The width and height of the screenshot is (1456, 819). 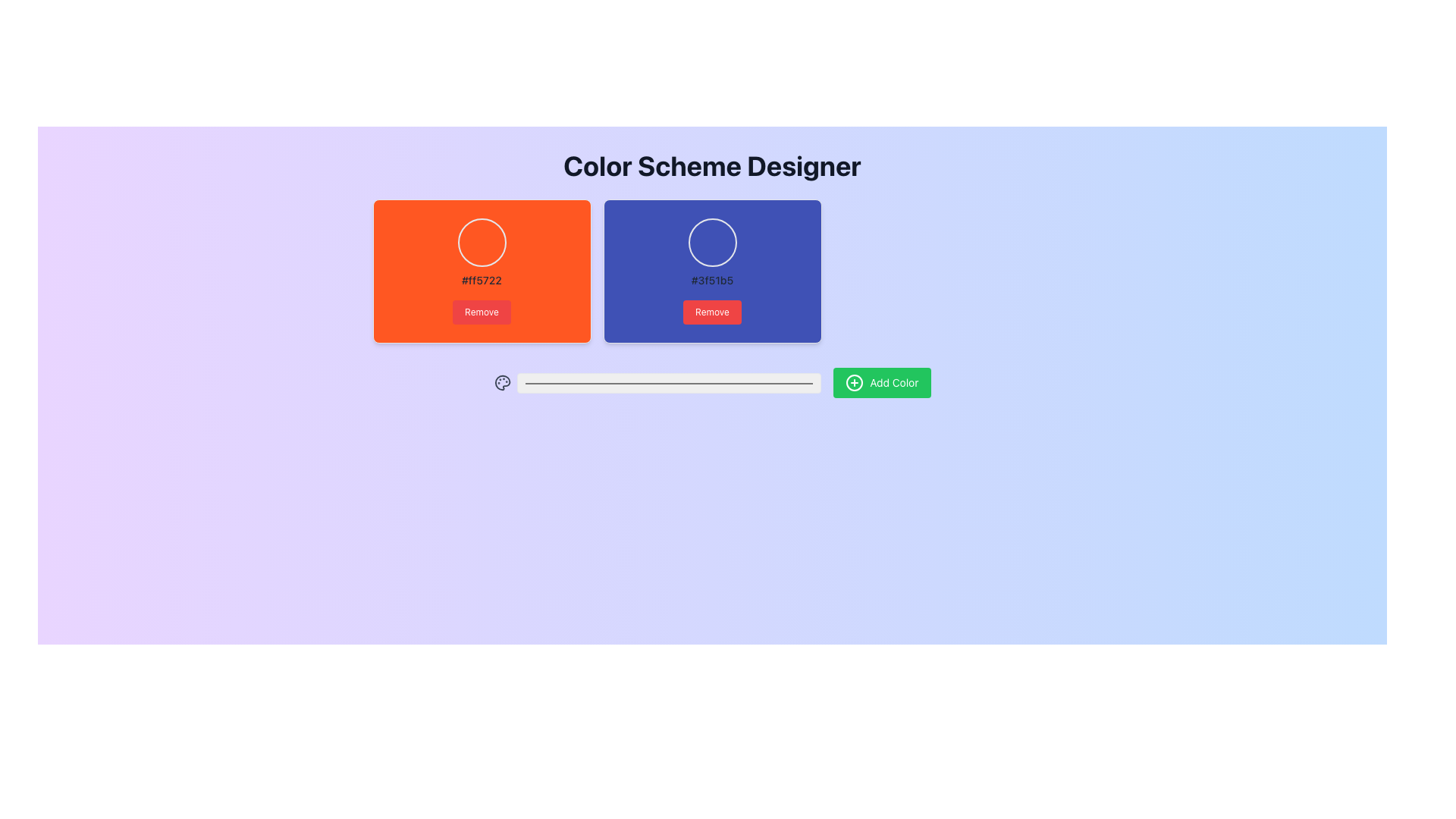 I want to click on the color, so click(x=668, y=382).